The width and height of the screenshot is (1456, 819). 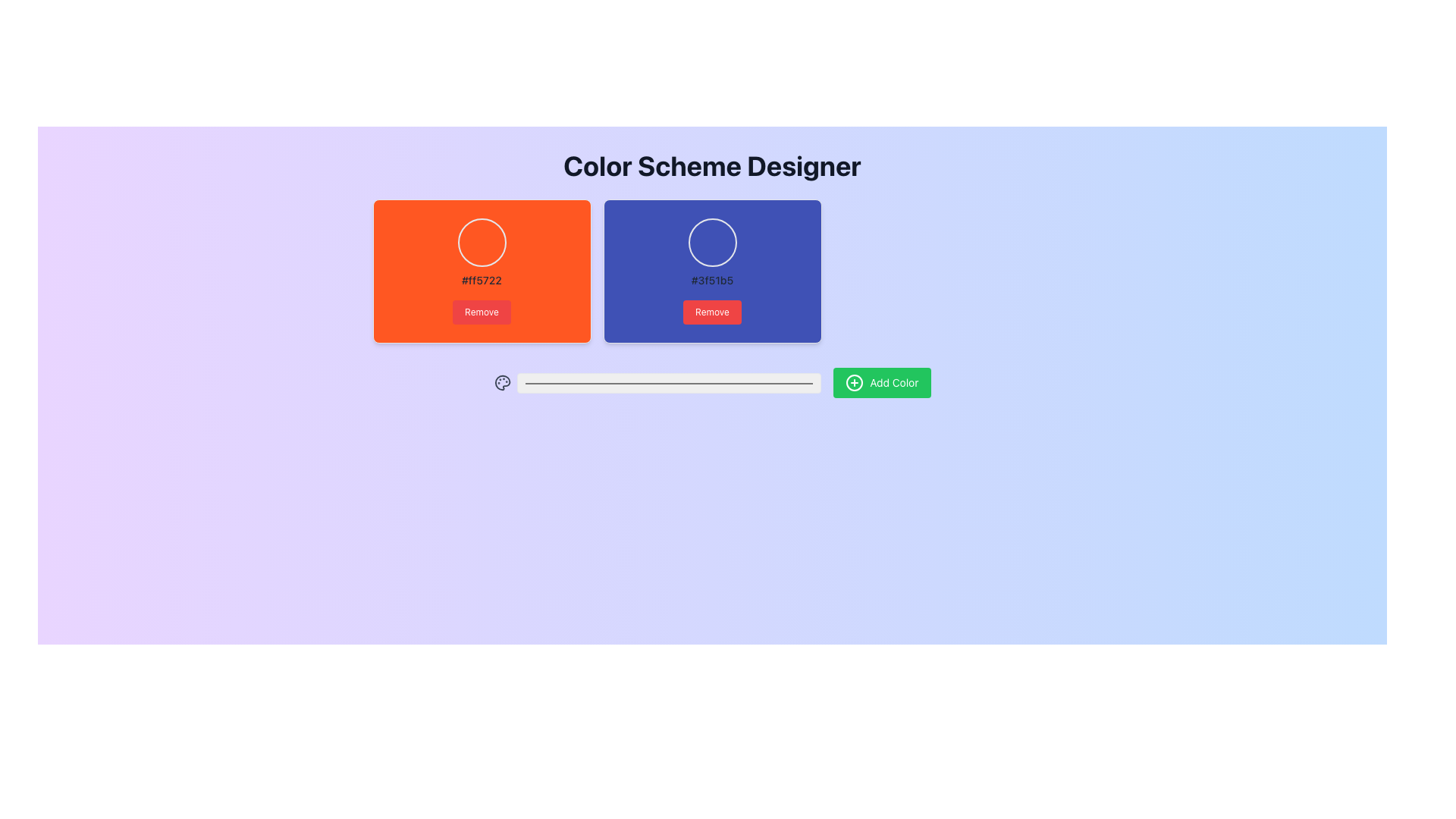 I want to click on the color, so click(x=668, y=382).